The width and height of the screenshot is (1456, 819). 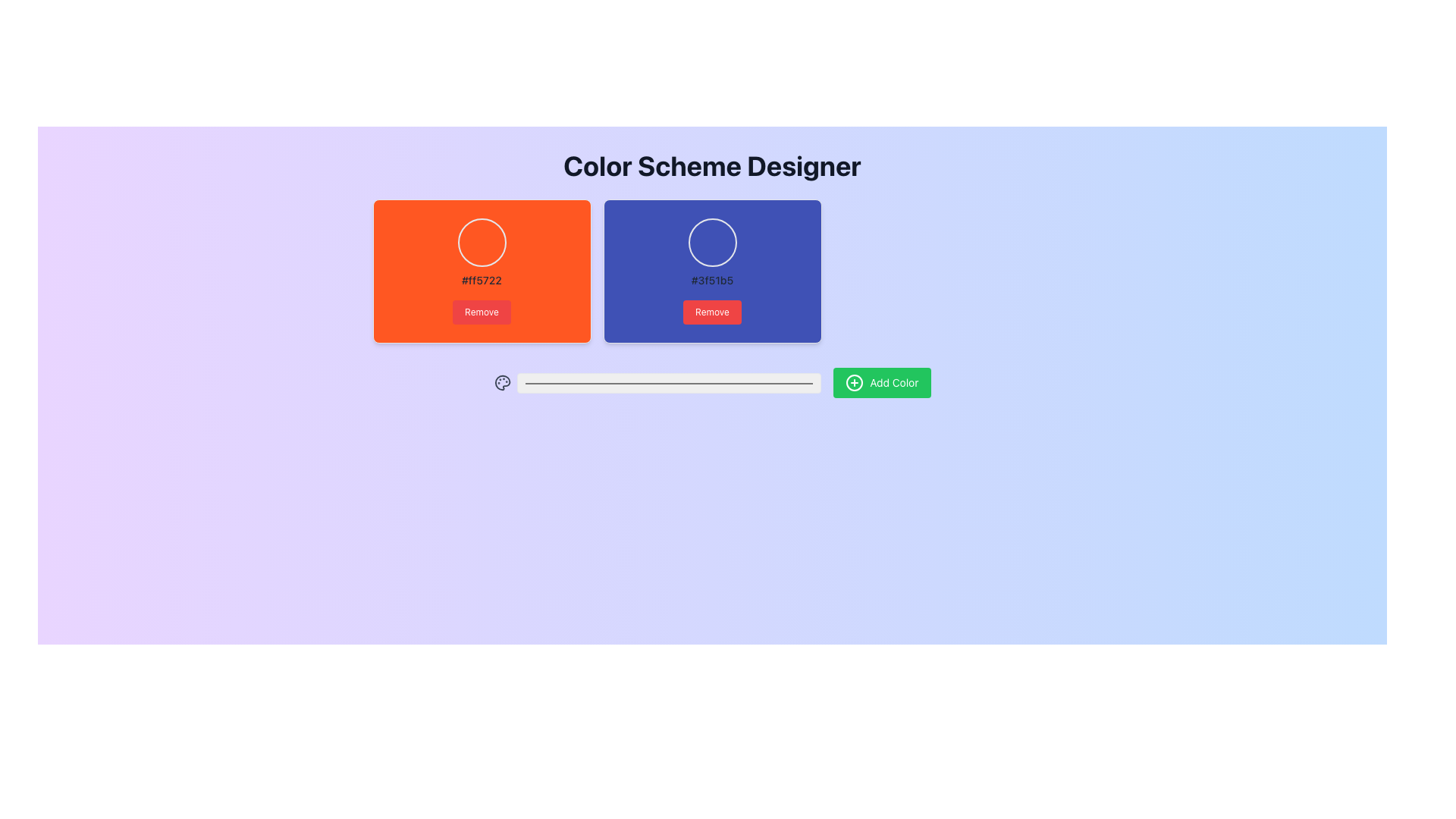 I want to click on the color, so click(x=668, y=382).